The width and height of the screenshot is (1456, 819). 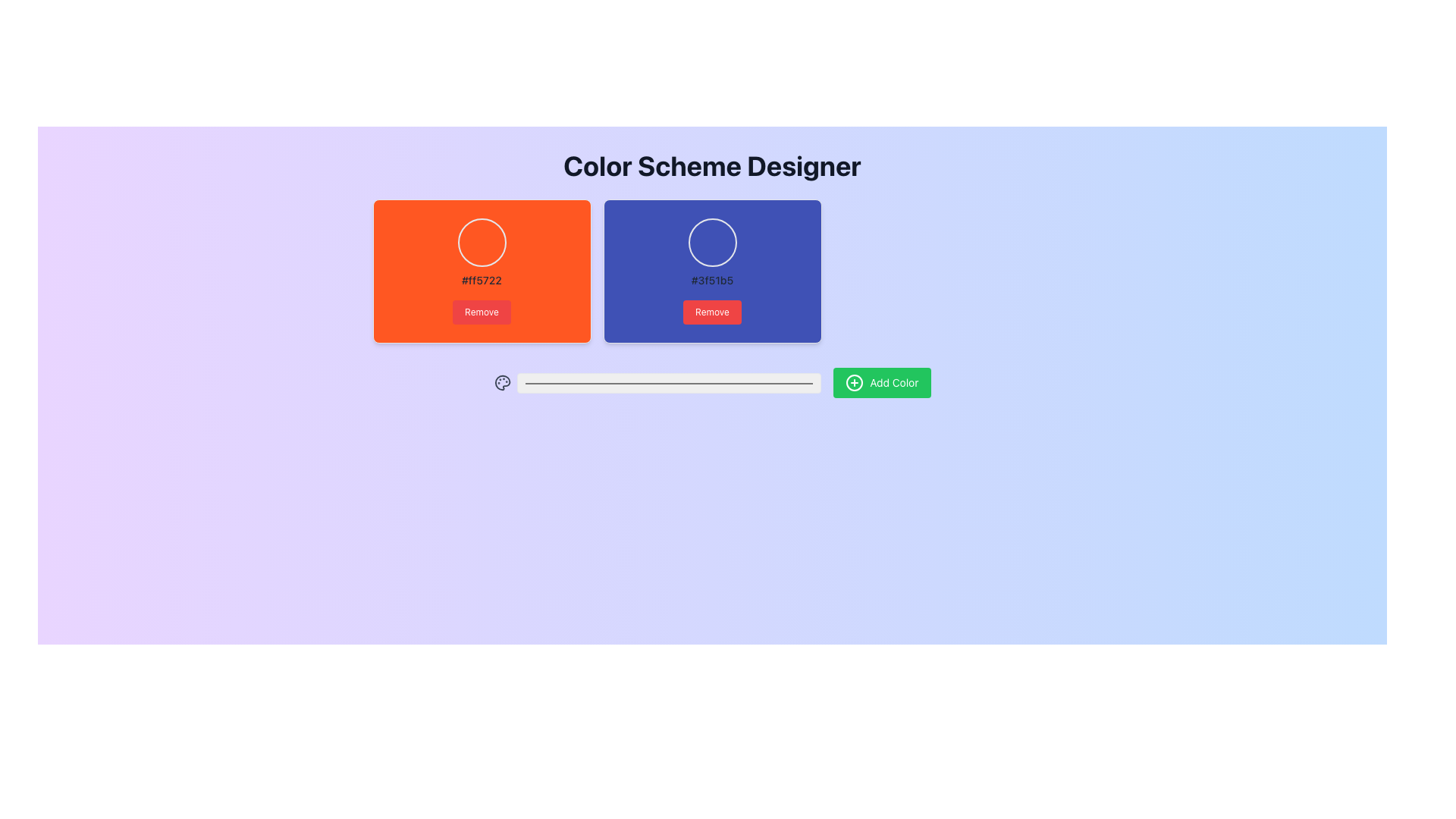 I want to click on the color, so click(x=668, y=382).